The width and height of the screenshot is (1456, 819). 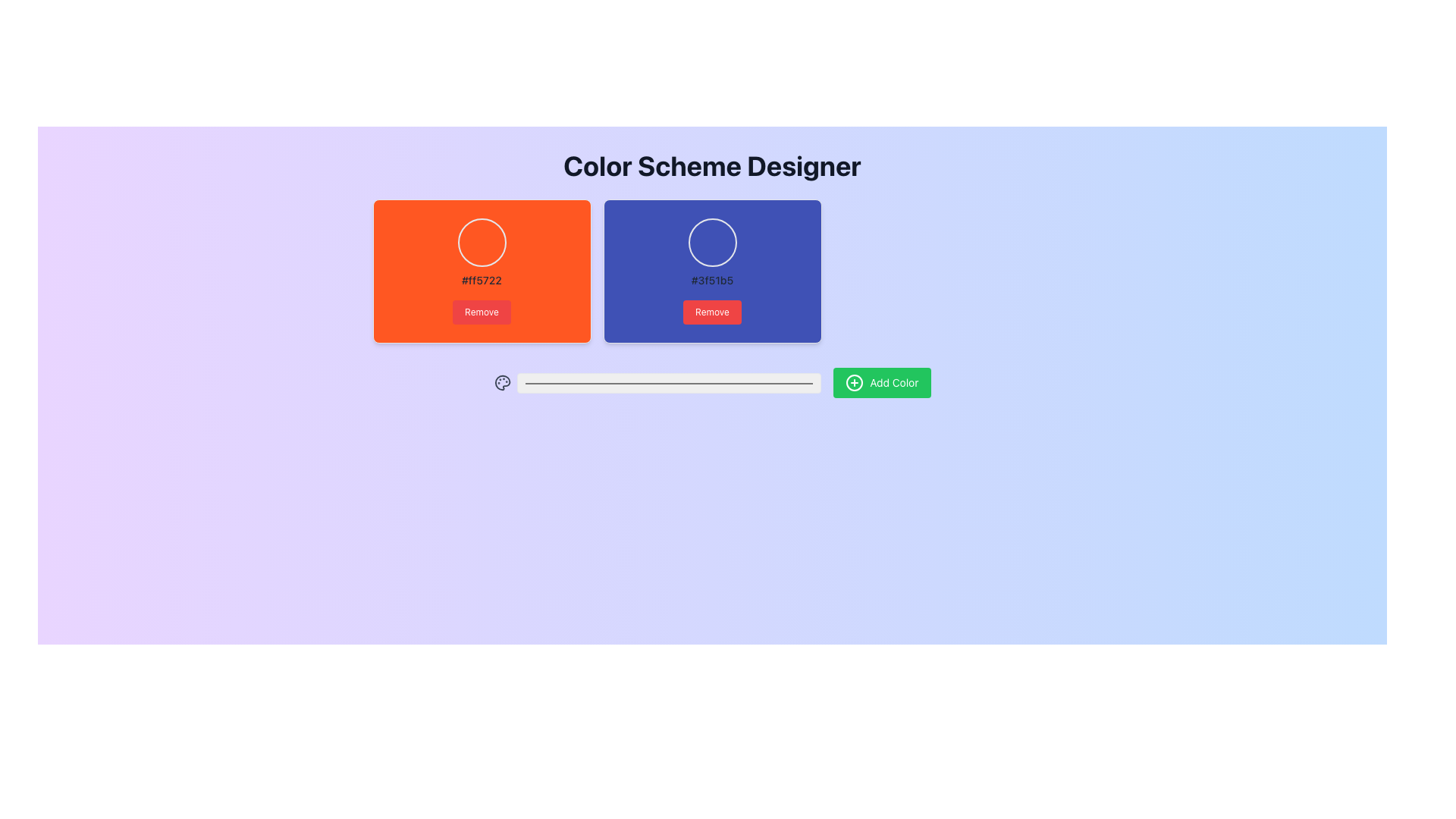 I want to click on the color, so click(x=668, y=382).